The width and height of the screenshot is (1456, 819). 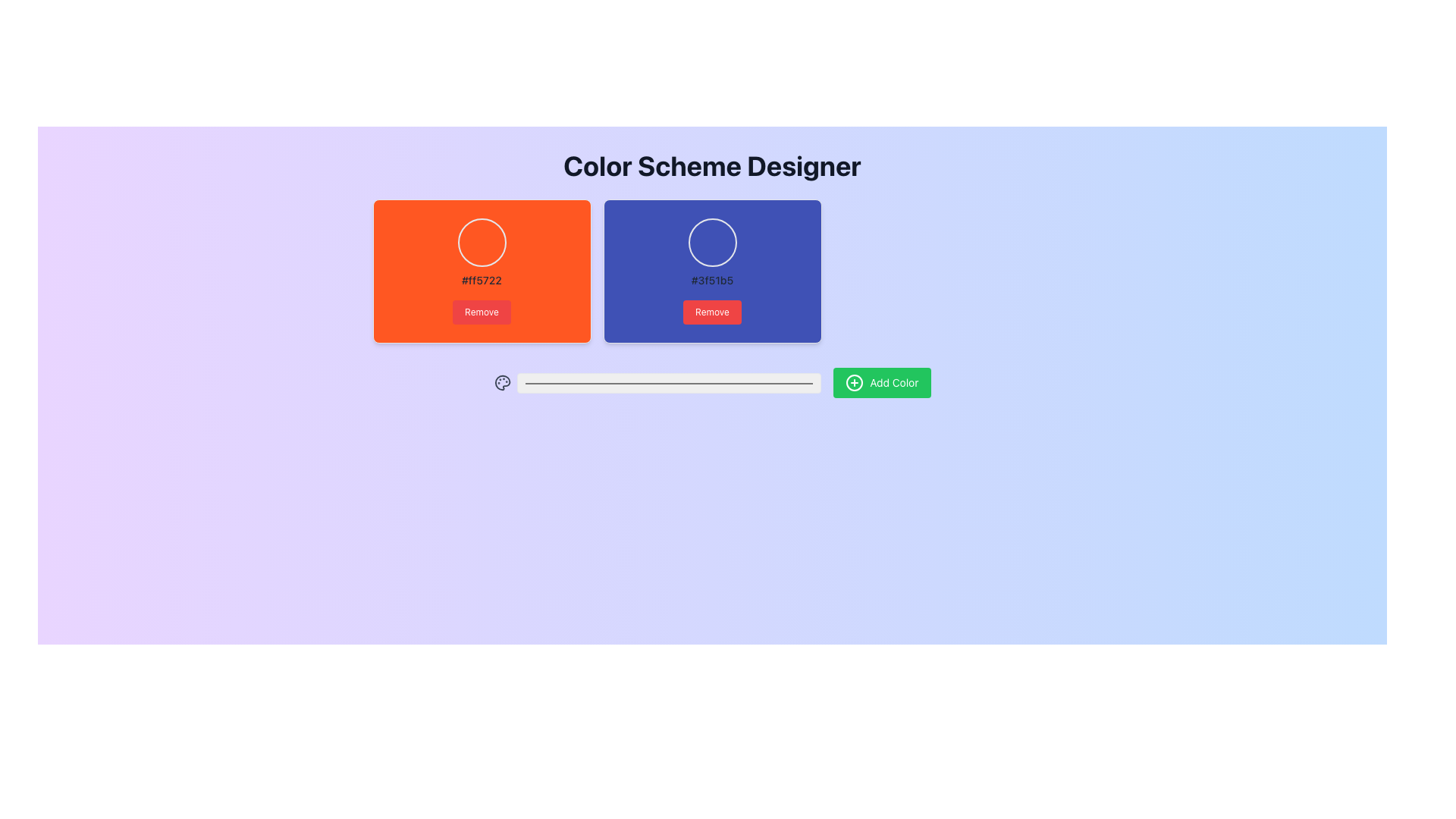 I want to click on the color, so click(x=668, y=382).